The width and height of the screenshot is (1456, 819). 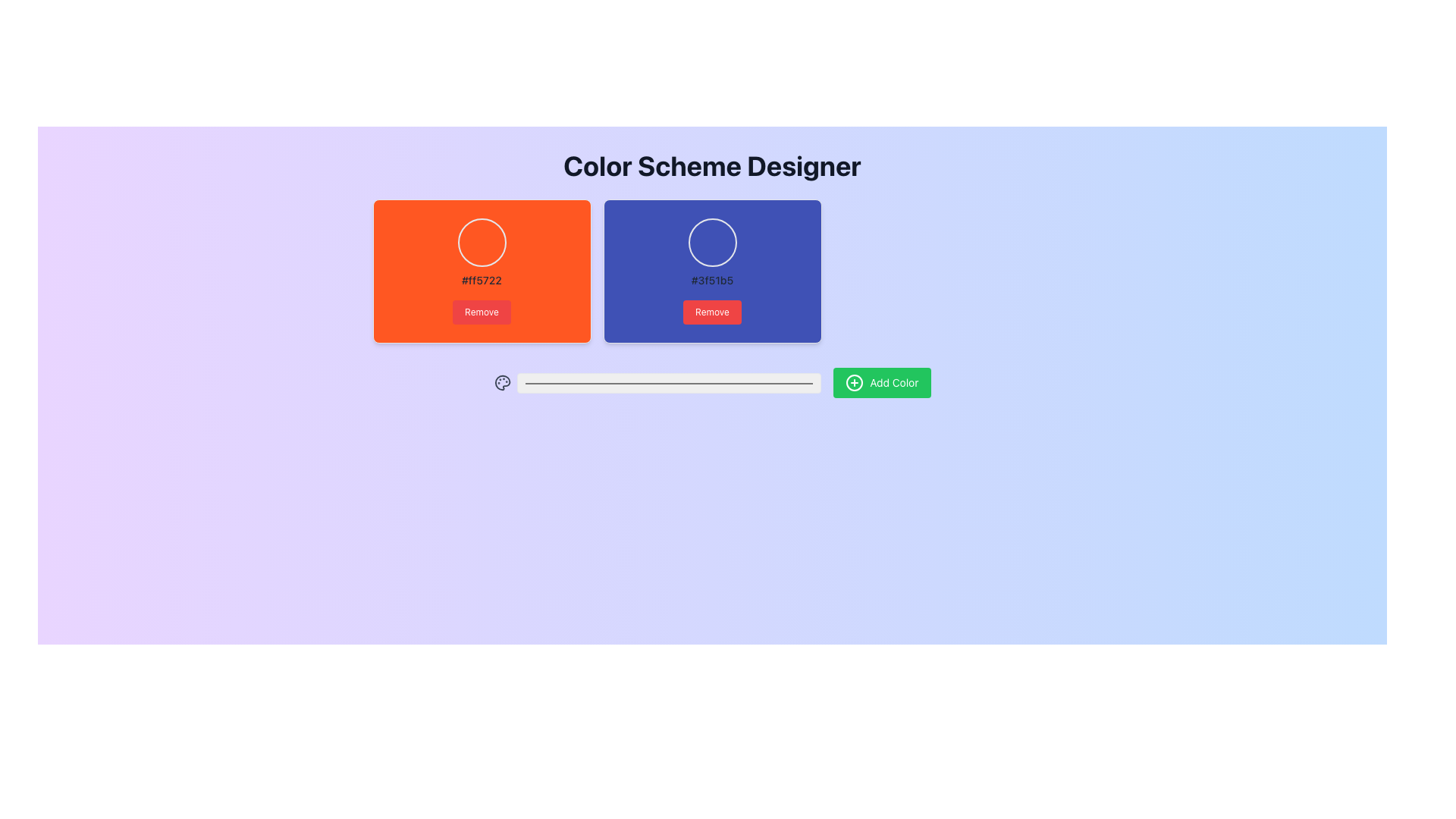 I want to click on the color, so click(x=668, y=382).